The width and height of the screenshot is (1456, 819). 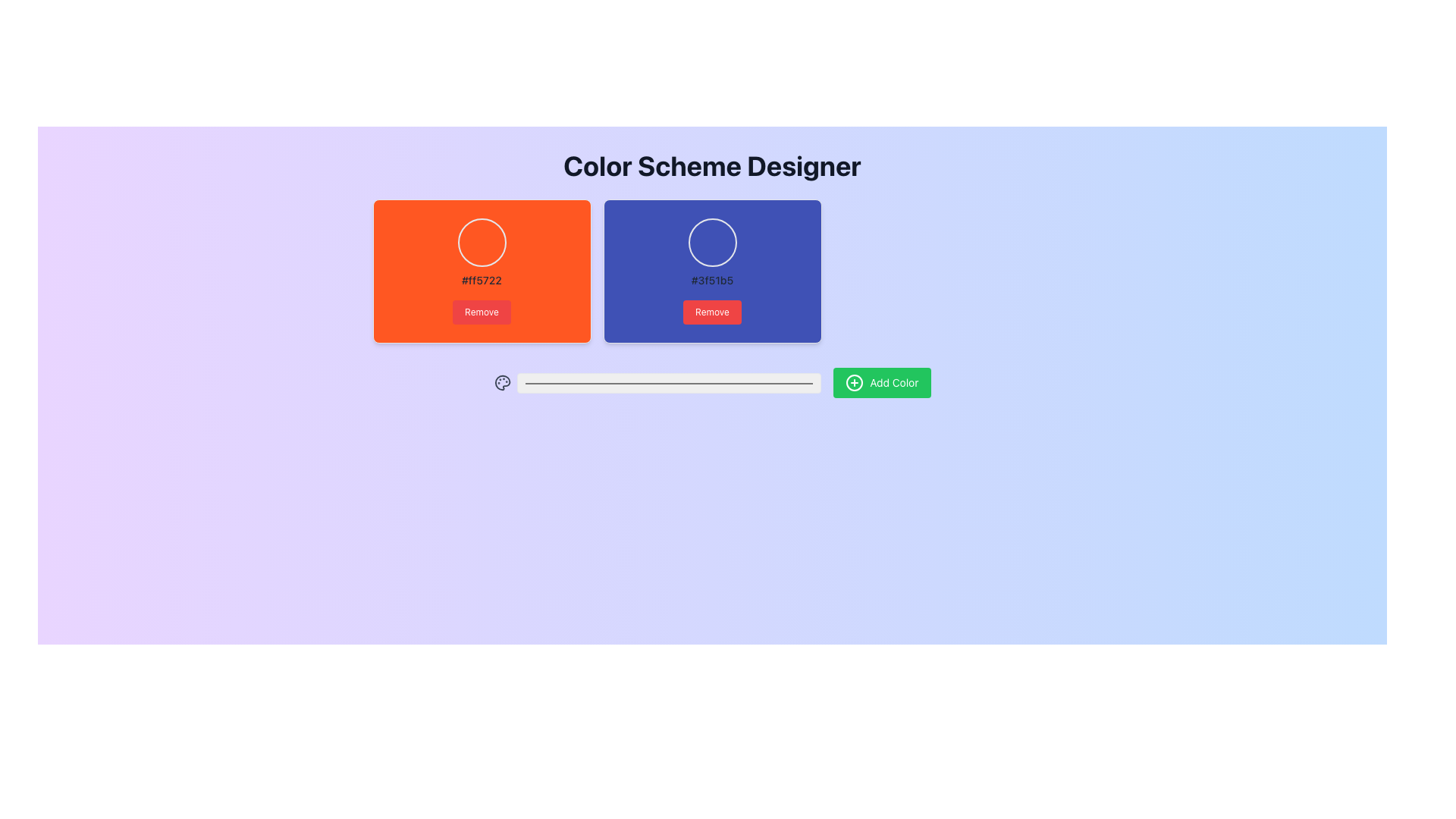 I want to click on the color, so click(x=668, y=382).